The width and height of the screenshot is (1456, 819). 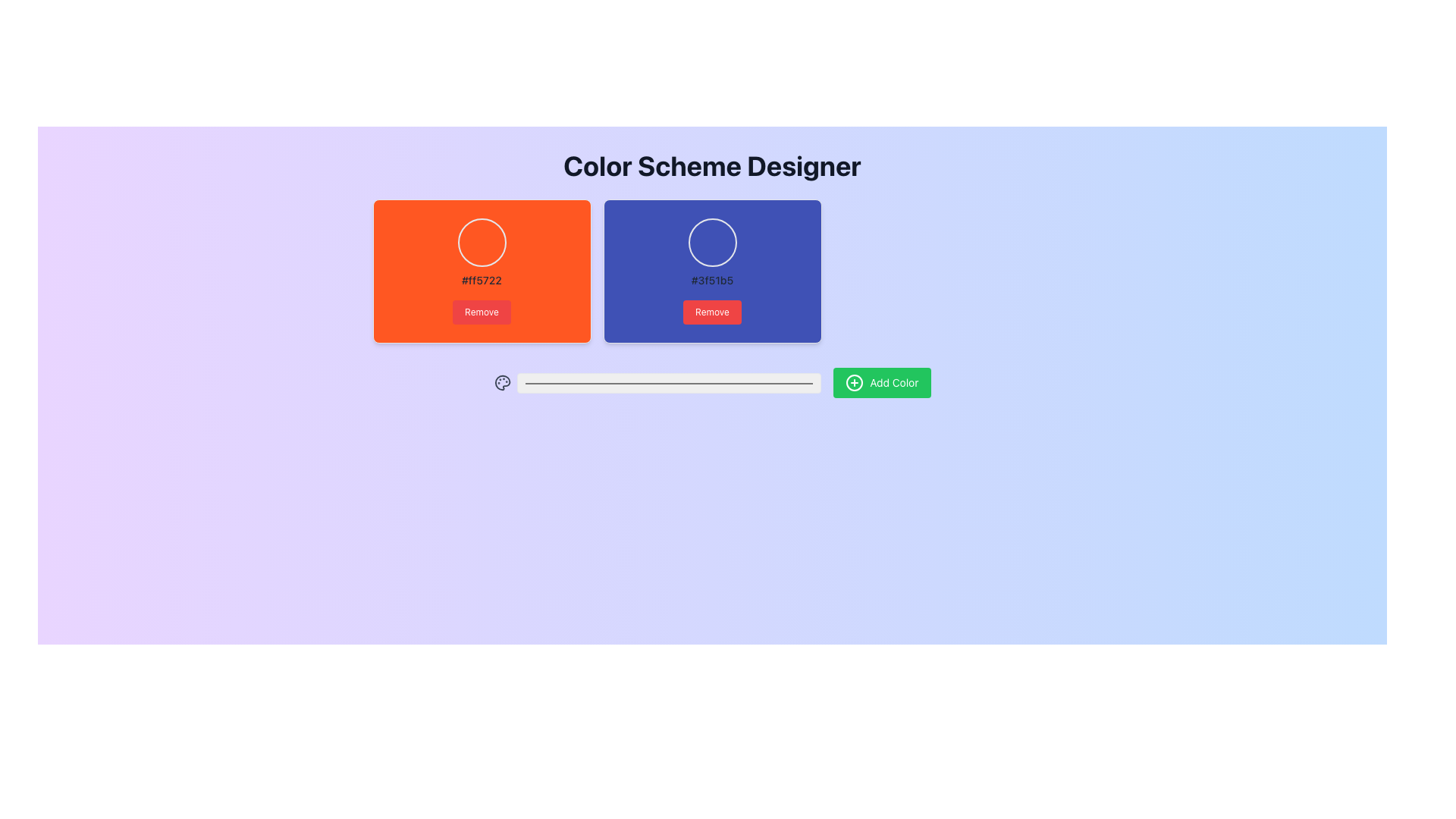 I want to click on the color, so click(x=668, y=382).